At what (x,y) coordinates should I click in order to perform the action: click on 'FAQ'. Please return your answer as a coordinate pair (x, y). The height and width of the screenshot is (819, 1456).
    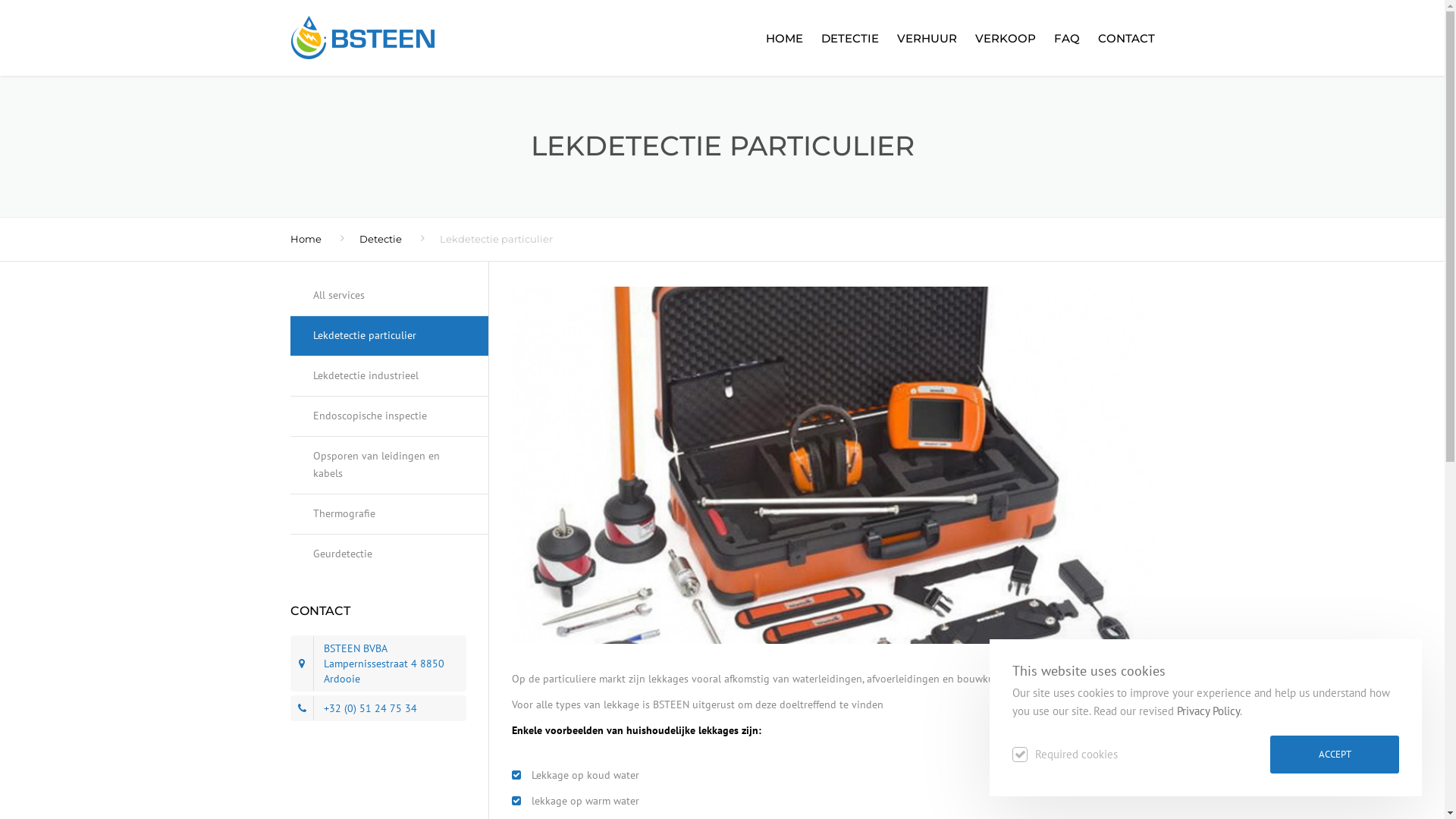
    Looking at the image, I should click on (1046, 37).